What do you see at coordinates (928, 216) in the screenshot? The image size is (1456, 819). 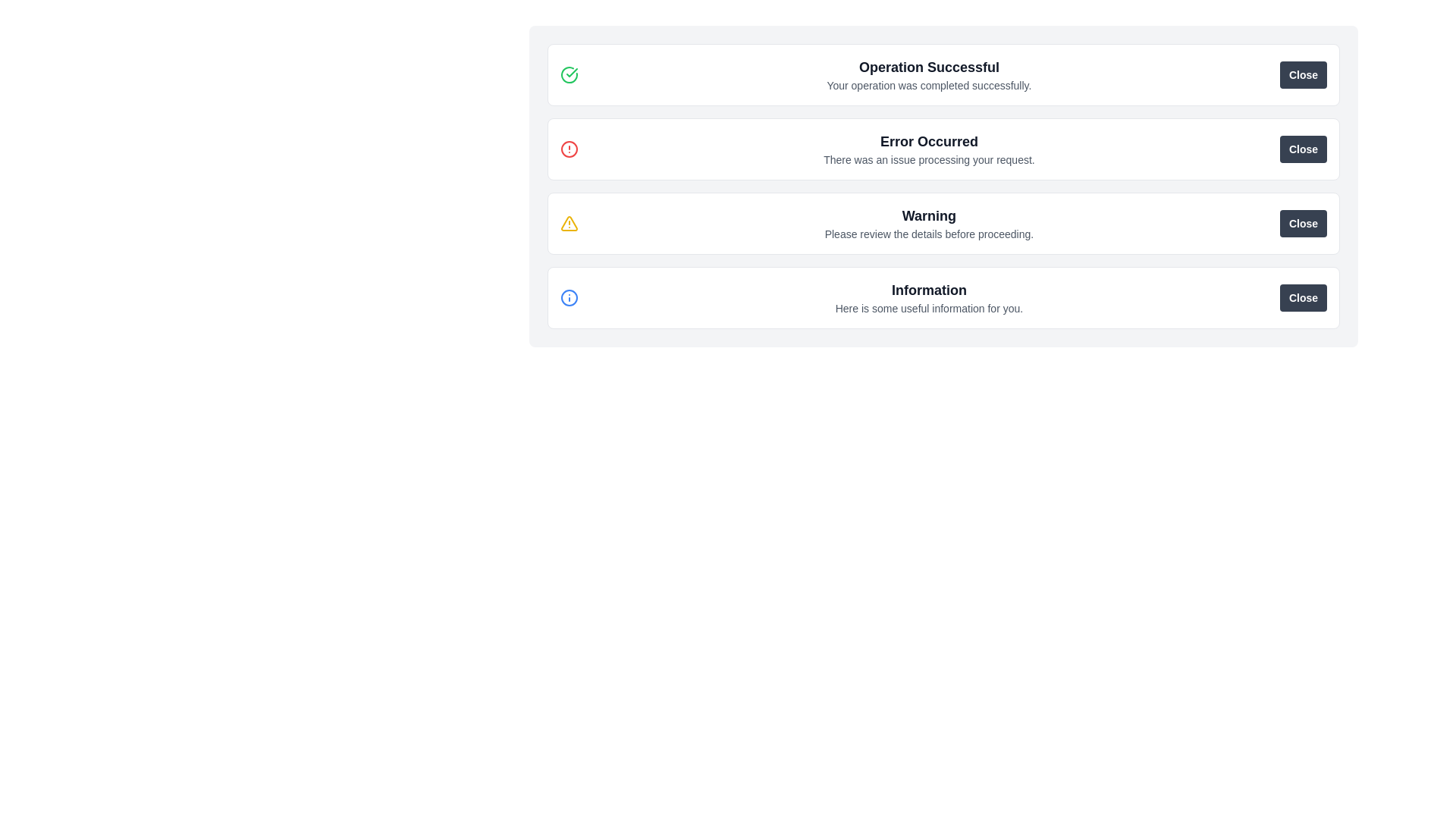 I see `text label that alerts users about a situation requiring their attention, positioned below 'Error Occurred' and above 'Information'` at bounding box center [928, 216].